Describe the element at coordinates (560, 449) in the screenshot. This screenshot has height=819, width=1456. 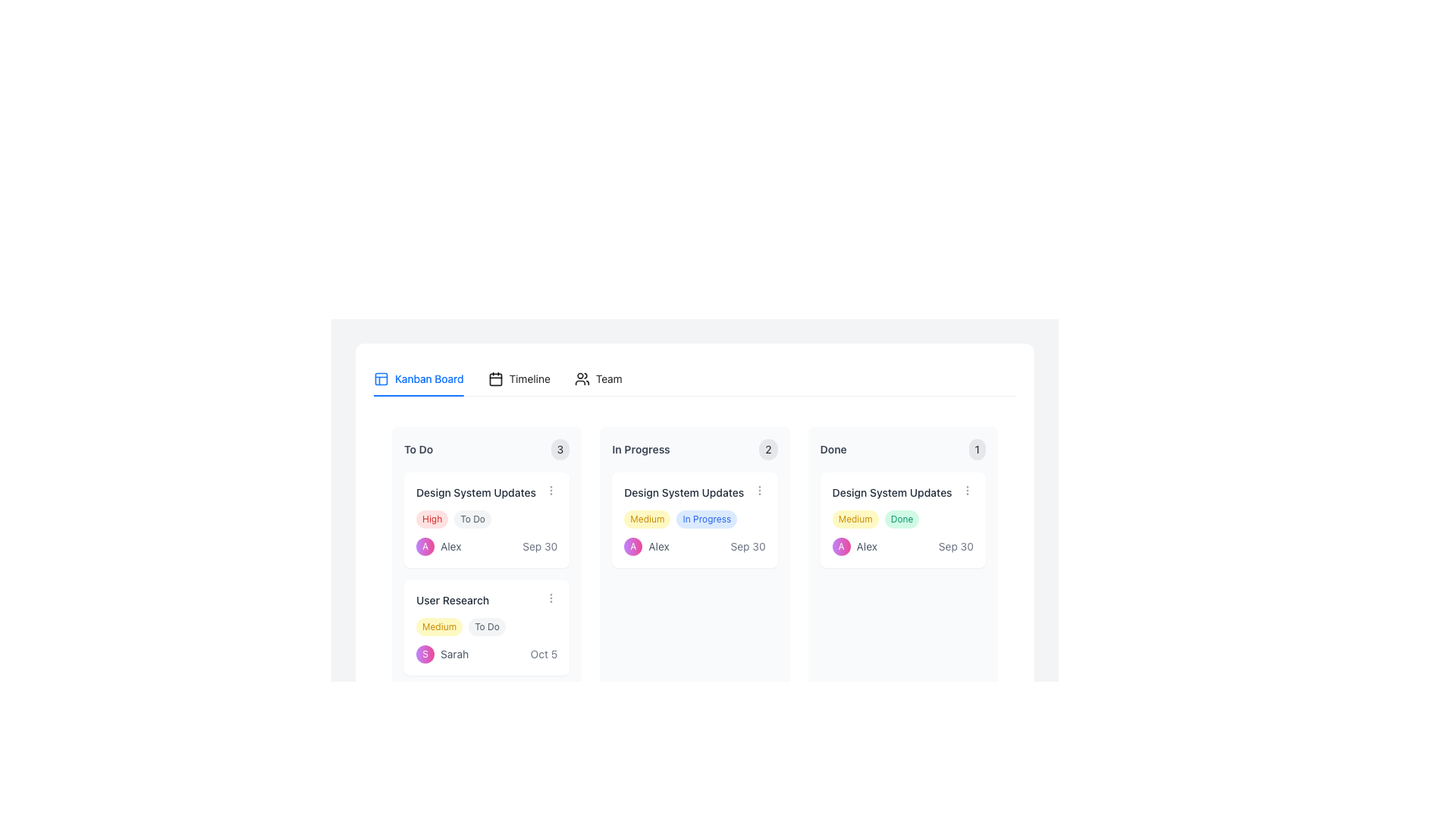
I see `the small badge or label indicating the number of items in the 'To Do' section of the Kanban board, located at the top-right corner adjacent to the section title` at that location.